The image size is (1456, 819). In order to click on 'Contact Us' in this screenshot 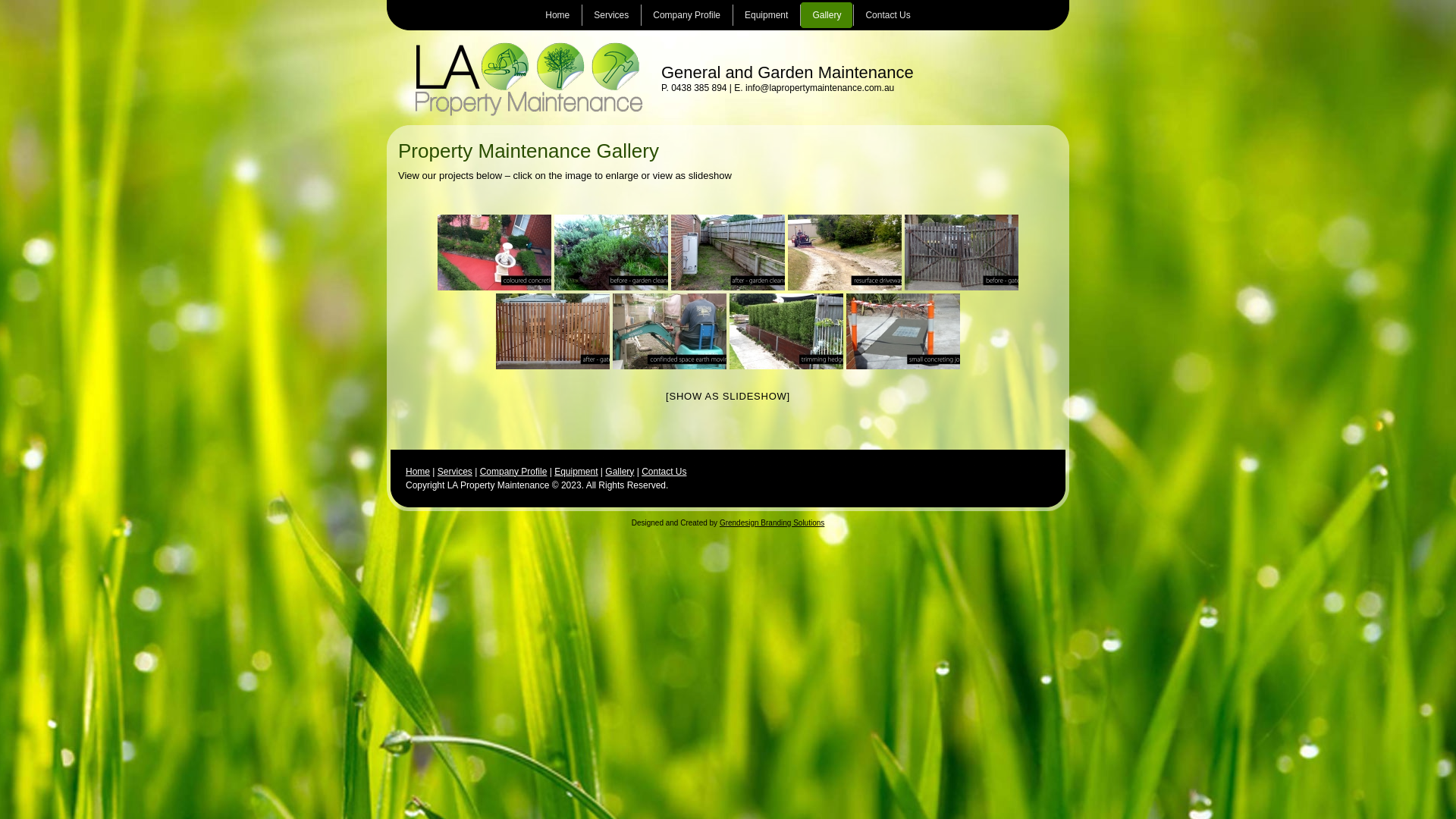, I will do `click(641, 470)`.